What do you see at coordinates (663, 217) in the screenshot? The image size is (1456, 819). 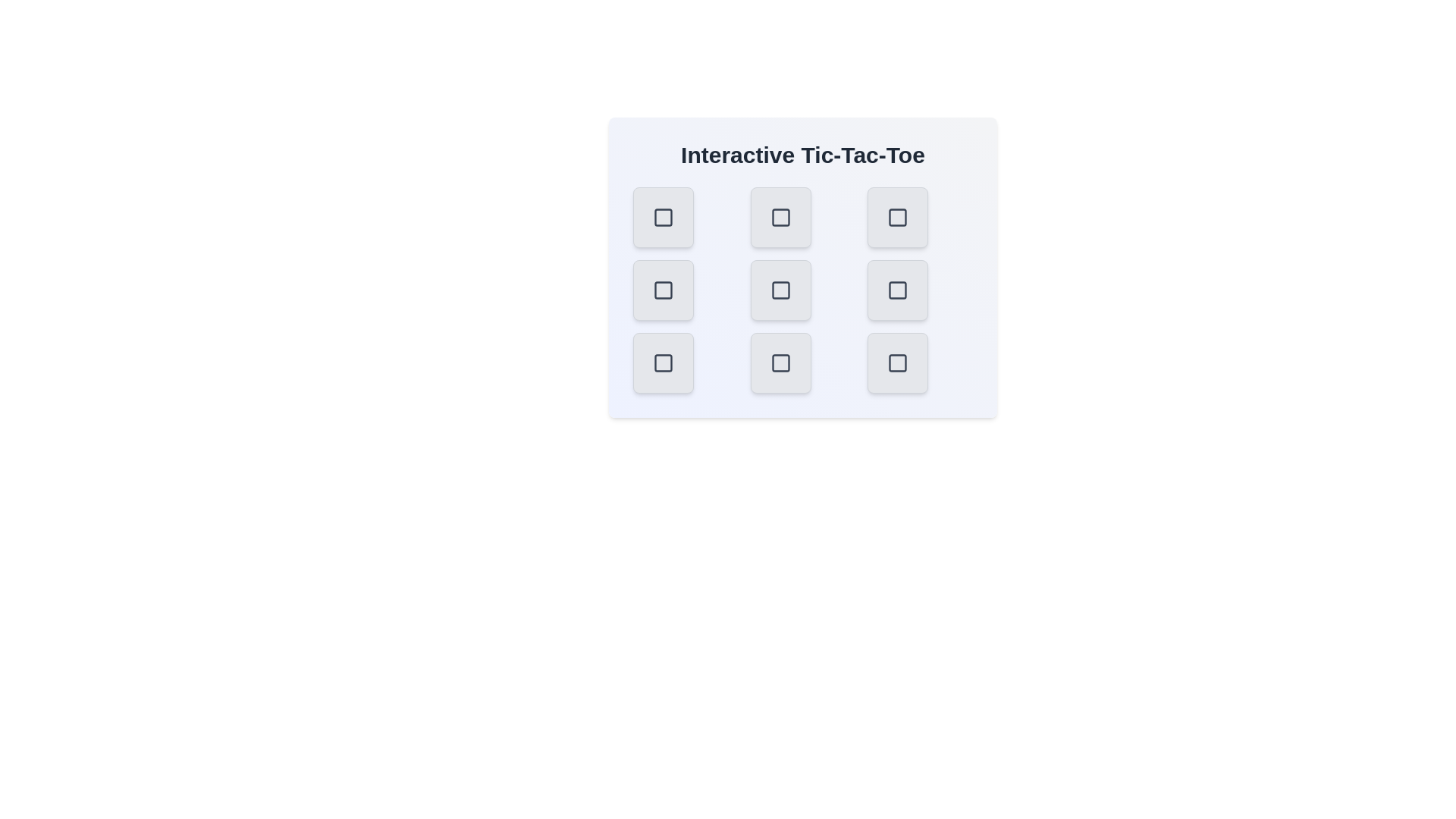 I see `the button at top-left` at bounding box center [663, 217].